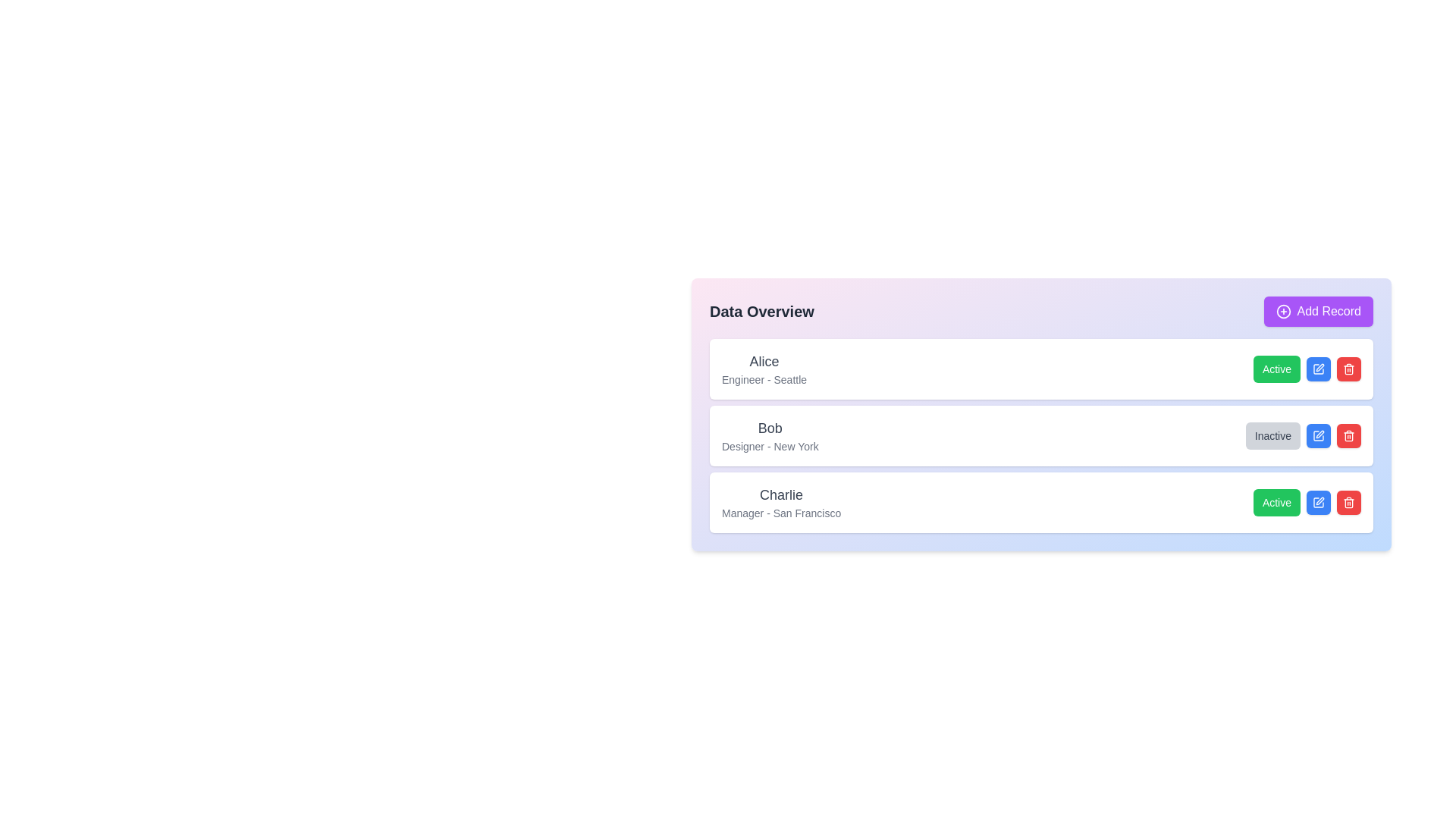 The width and height of the screenshot is (1456, 819). Describe the element at coordinates (1040, 503) in the screenshot. I see `the card element with the title 'Charlie', which is the third card in the vertical stack, displaying a white background, rounded corners, and a green 'Active' button` at that location.